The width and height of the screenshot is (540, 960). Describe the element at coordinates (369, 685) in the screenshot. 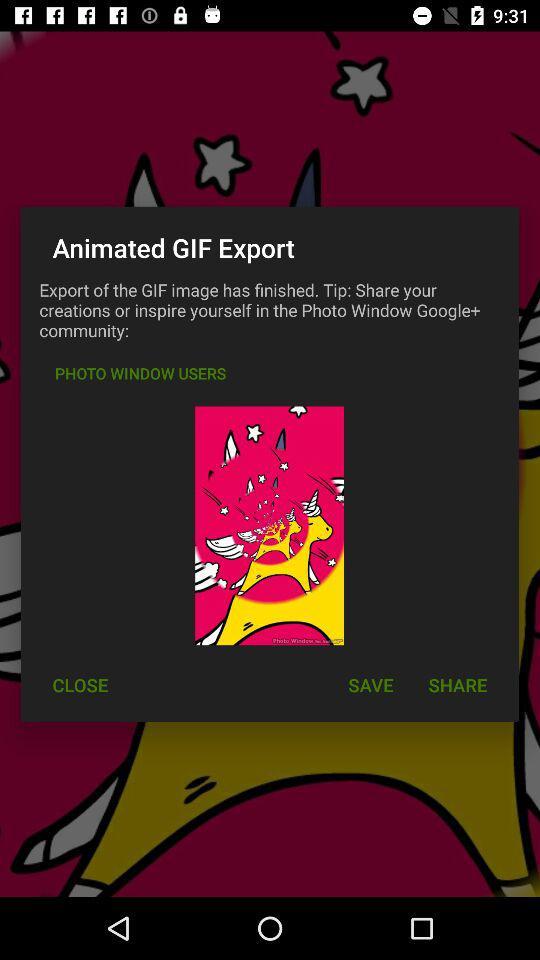

I see `icon to the left of share` at that location.